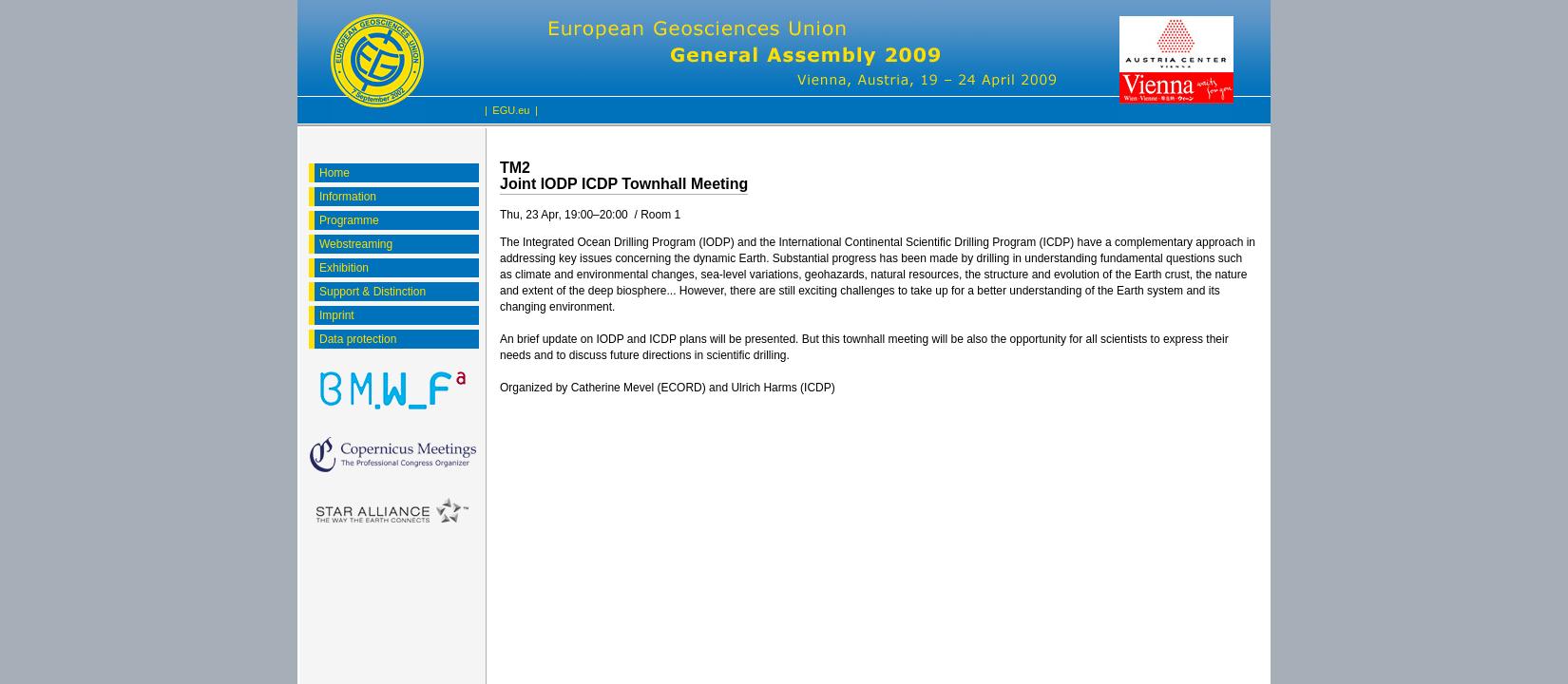  What do you see at coordinates (545, 214) in the screenshot?
I see `'Thu, 23 Apr, 19:00'` at bounding box center [545, 214].